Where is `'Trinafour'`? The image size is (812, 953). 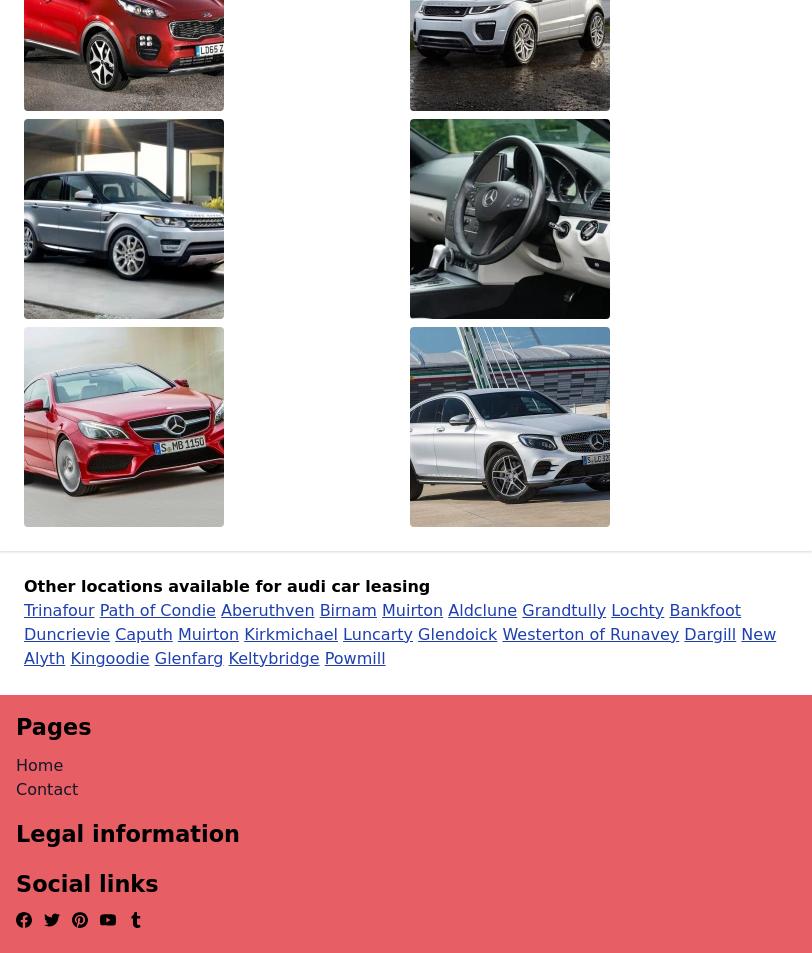
'Trinafour' is located at coordinates (58, 609).